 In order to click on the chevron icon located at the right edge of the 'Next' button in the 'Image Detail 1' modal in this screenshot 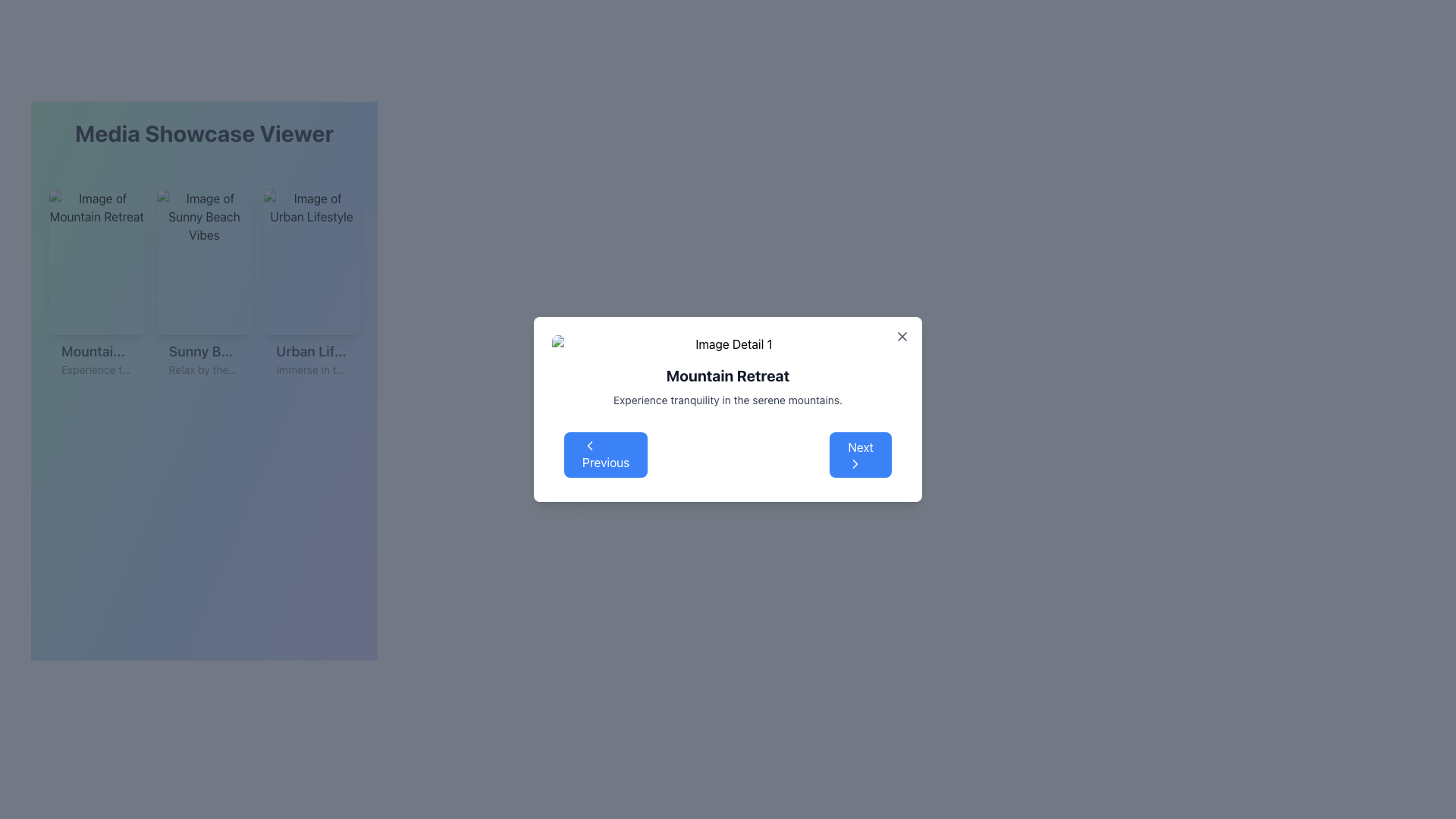, I will do `click(855, 463)`.